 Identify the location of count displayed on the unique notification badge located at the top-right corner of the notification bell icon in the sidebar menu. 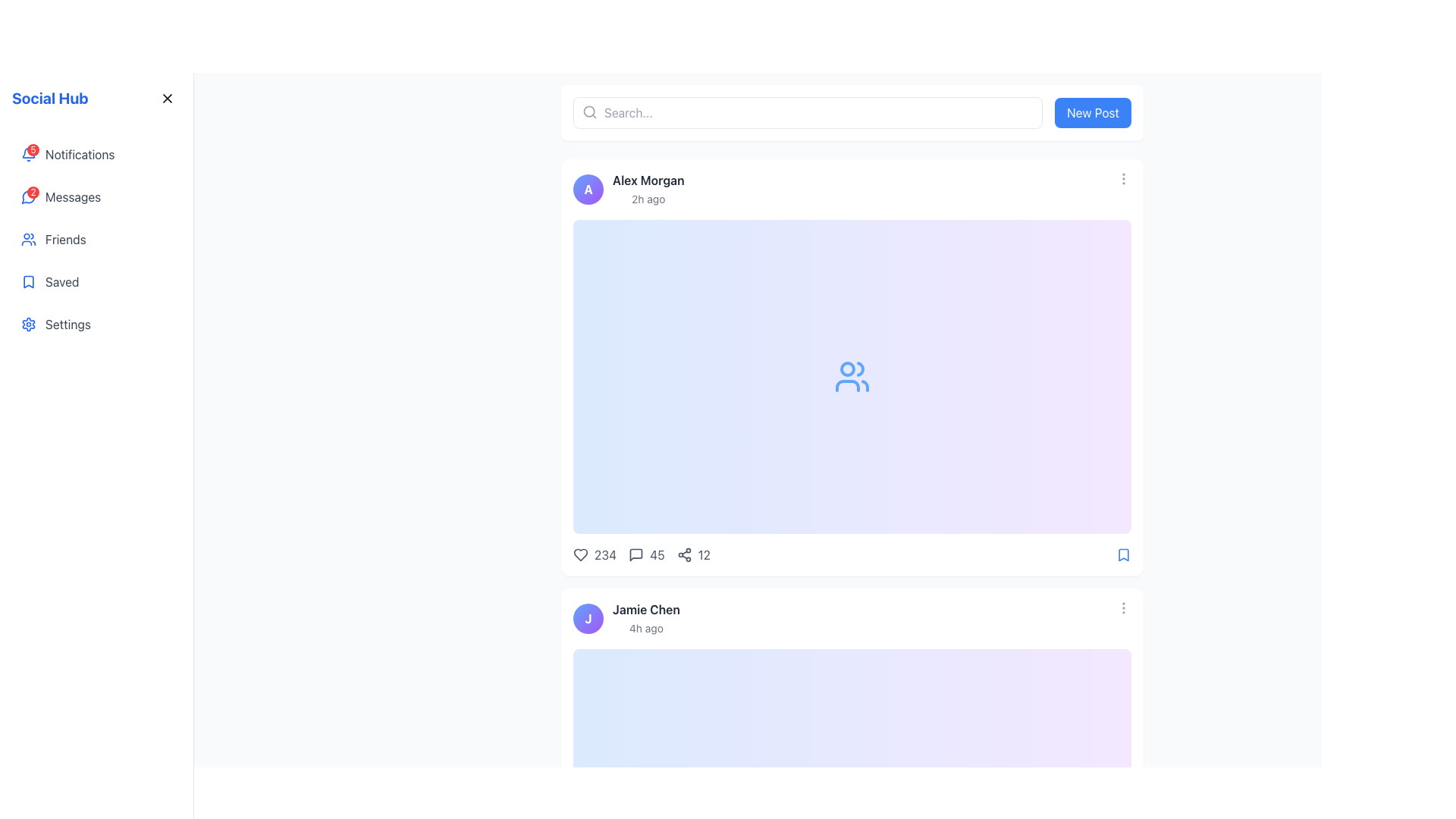
(33, 149).